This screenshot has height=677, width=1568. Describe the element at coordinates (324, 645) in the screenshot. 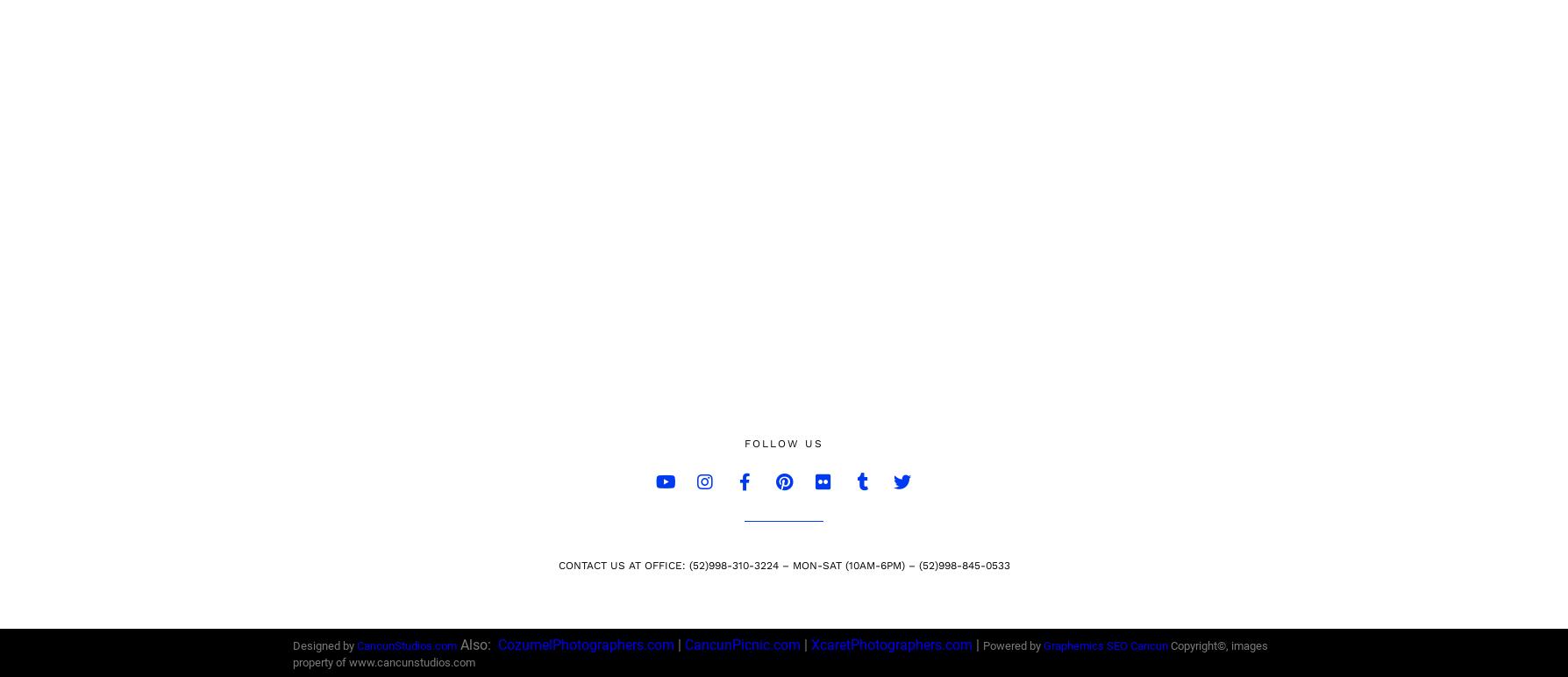

I see `'Designed by'` at that location.